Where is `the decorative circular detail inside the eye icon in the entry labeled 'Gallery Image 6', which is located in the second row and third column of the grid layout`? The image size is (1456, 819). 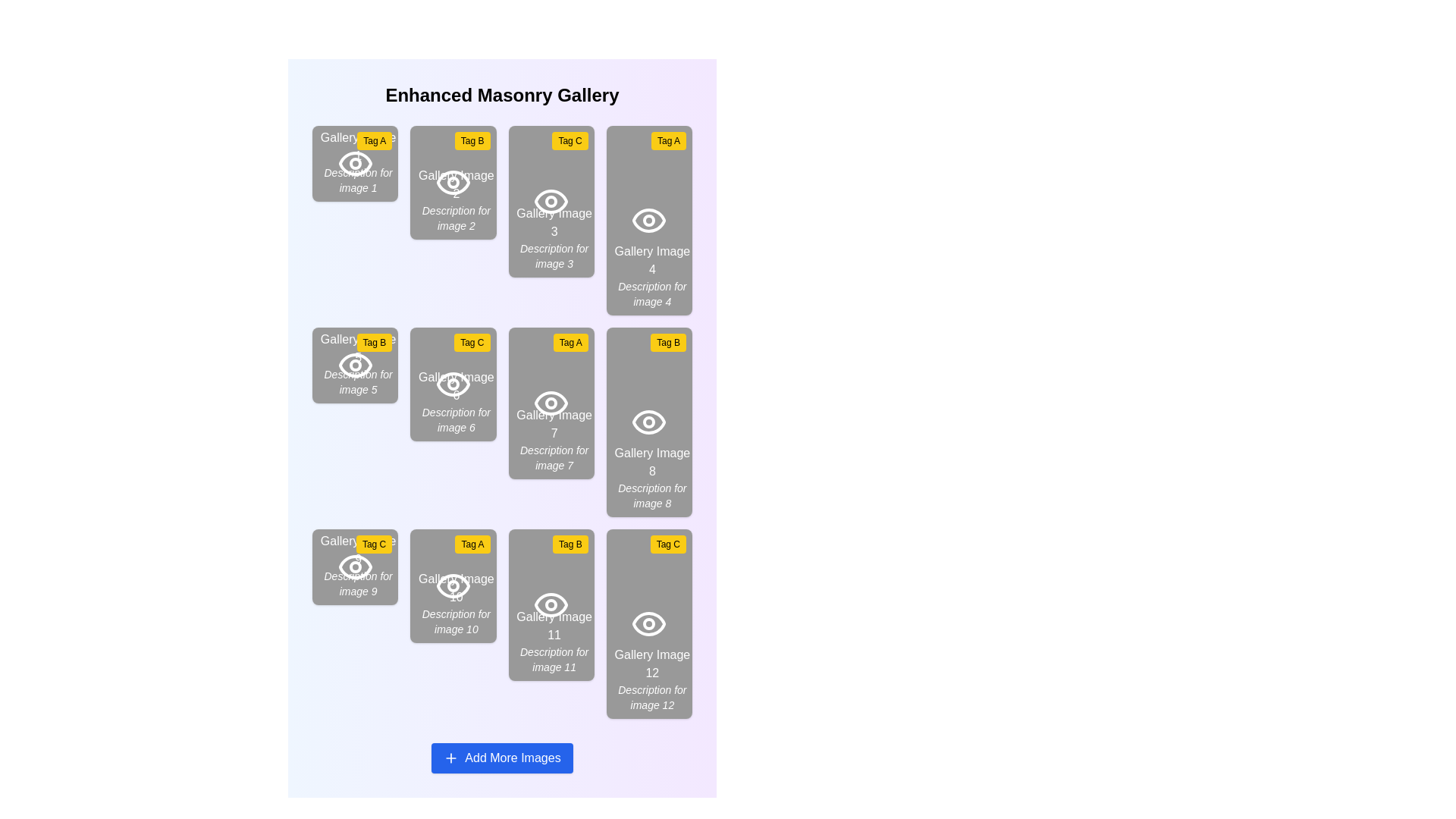 the decorative circular detail inside the eye icon in the entry labeled 'Gallery Image 6', which is located in the second row and third column of the grid layout is located at coordinates (452, 383).